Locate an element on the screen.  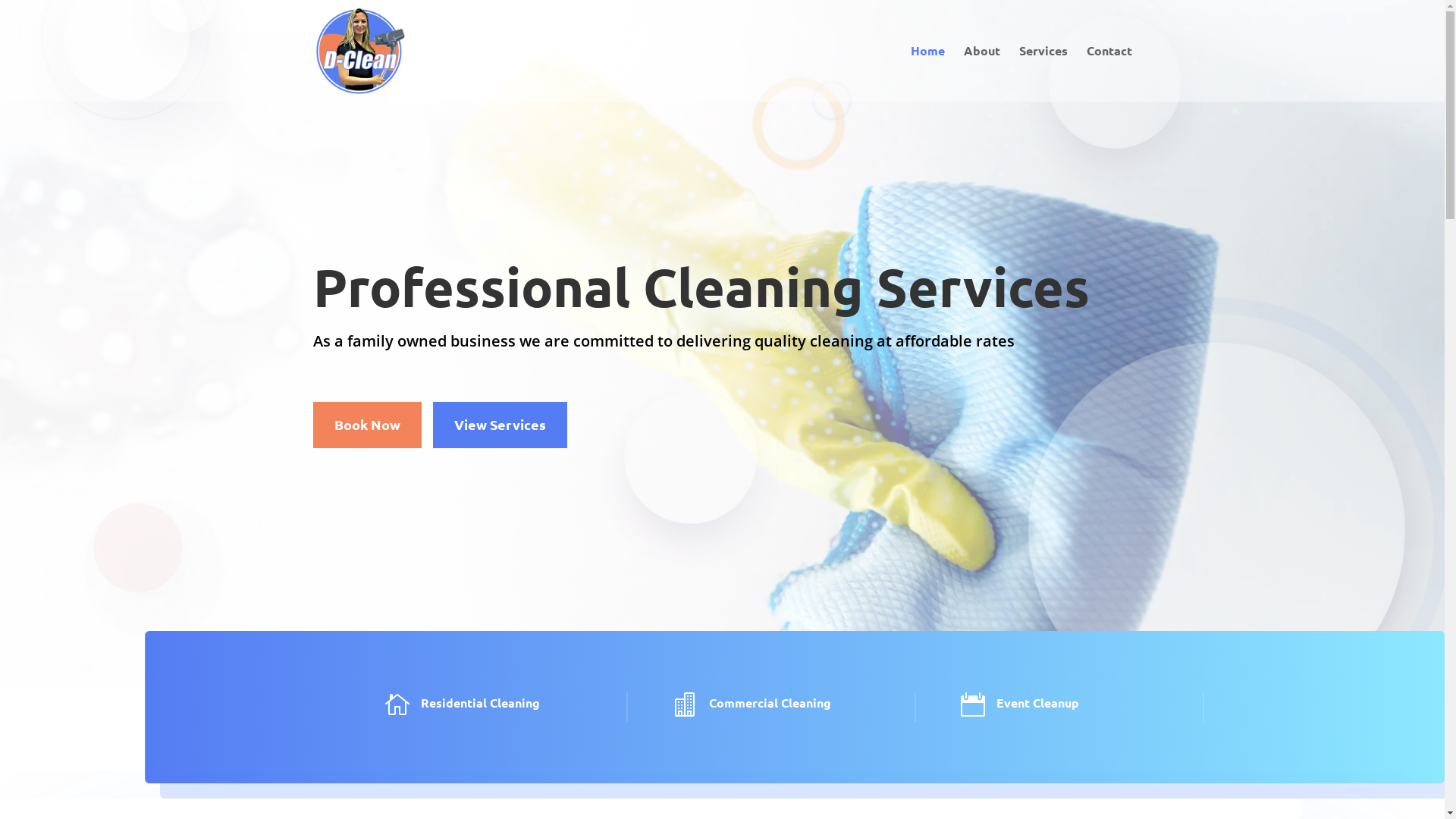
'Book Now' is located at coordinates (366, 425).